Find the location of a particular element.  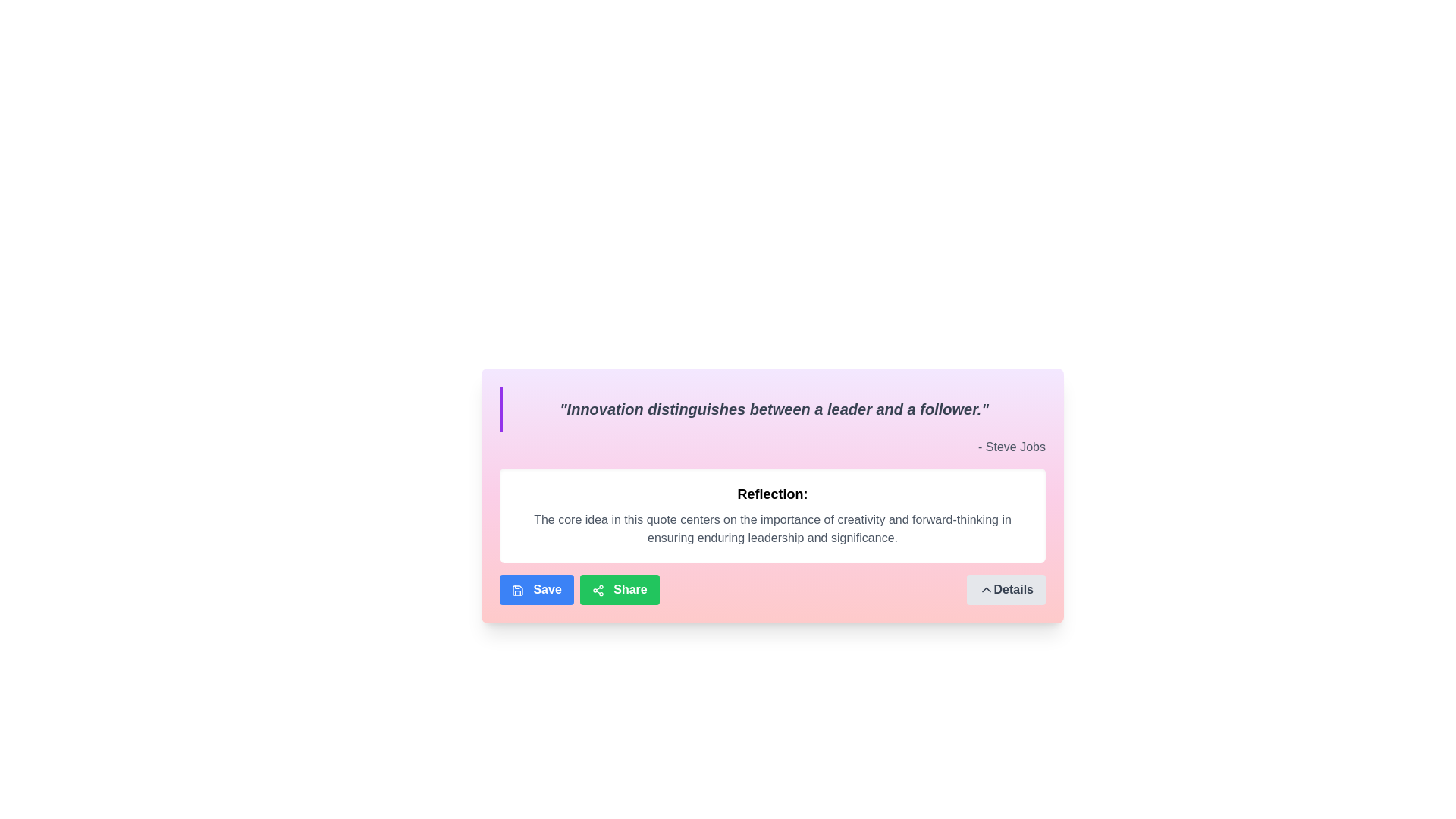

the third button in the horizontal button group at the lower right of the card interface is located at coordinates (1006, 589).